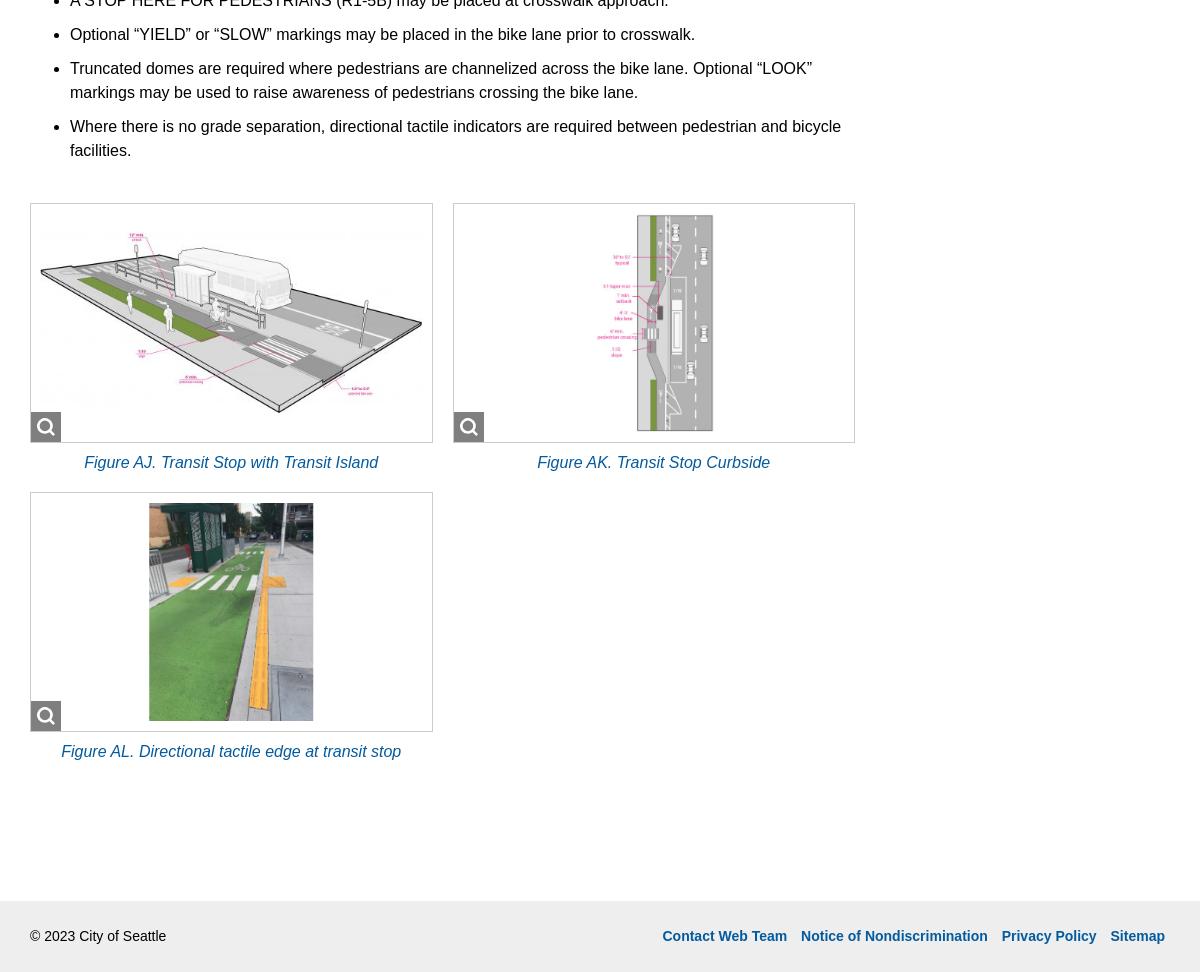 The height and width of the screenshot is (972, 1200). I want to click on 'Figure AJ. Transit Stop with Transit Island', so click(230, 460).